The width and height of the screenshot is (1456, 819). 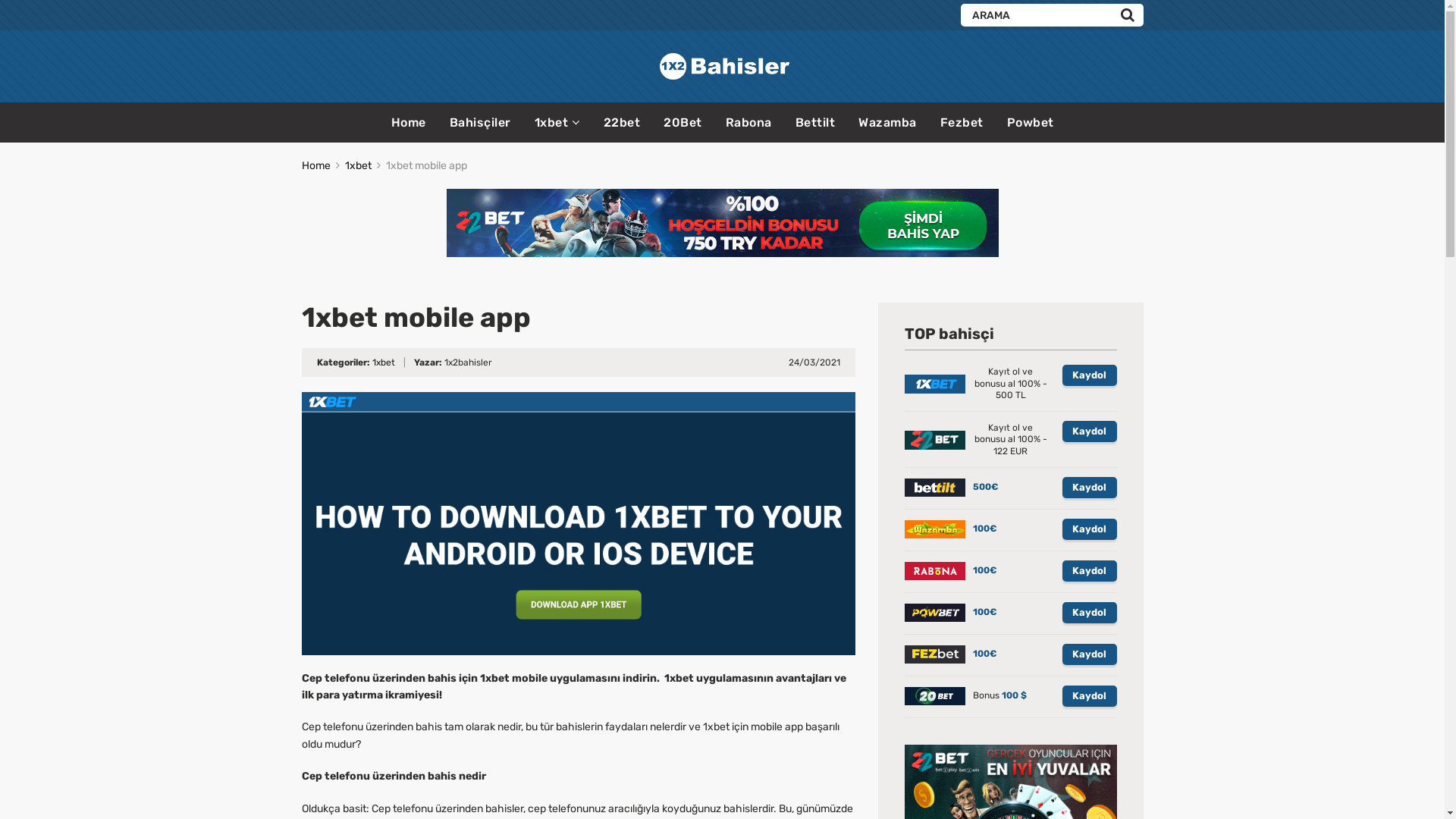 What do you see at coordinates (1061, 654) in the screenshot?
I see `'Kaydol'` at bounding box center [1061, 654].